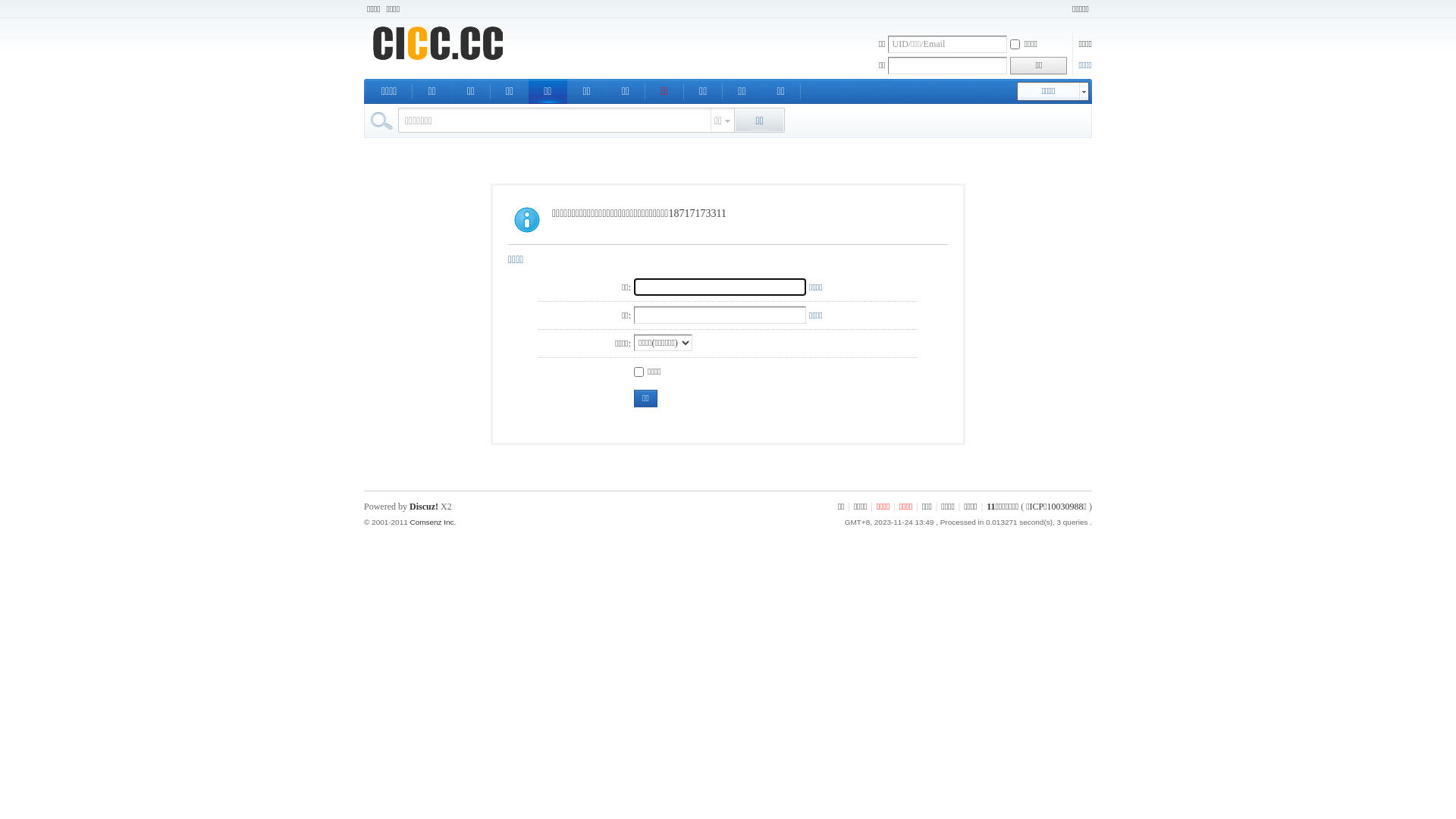  Describe the element at coordinates (409, 521) in the screenshot. I see `'Comsenz Inc.'` at that location.